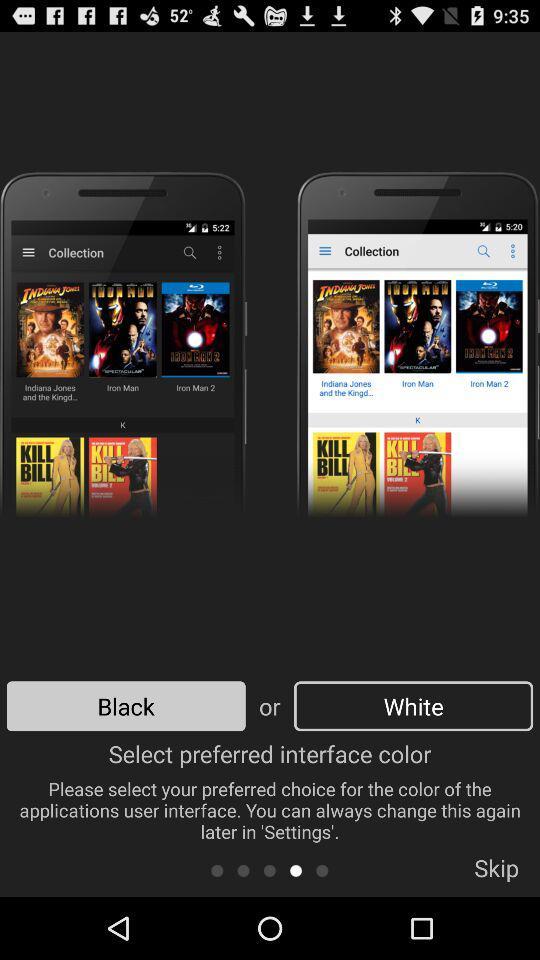  I want to click on the icon to the left of skip item, so click(322, 869).